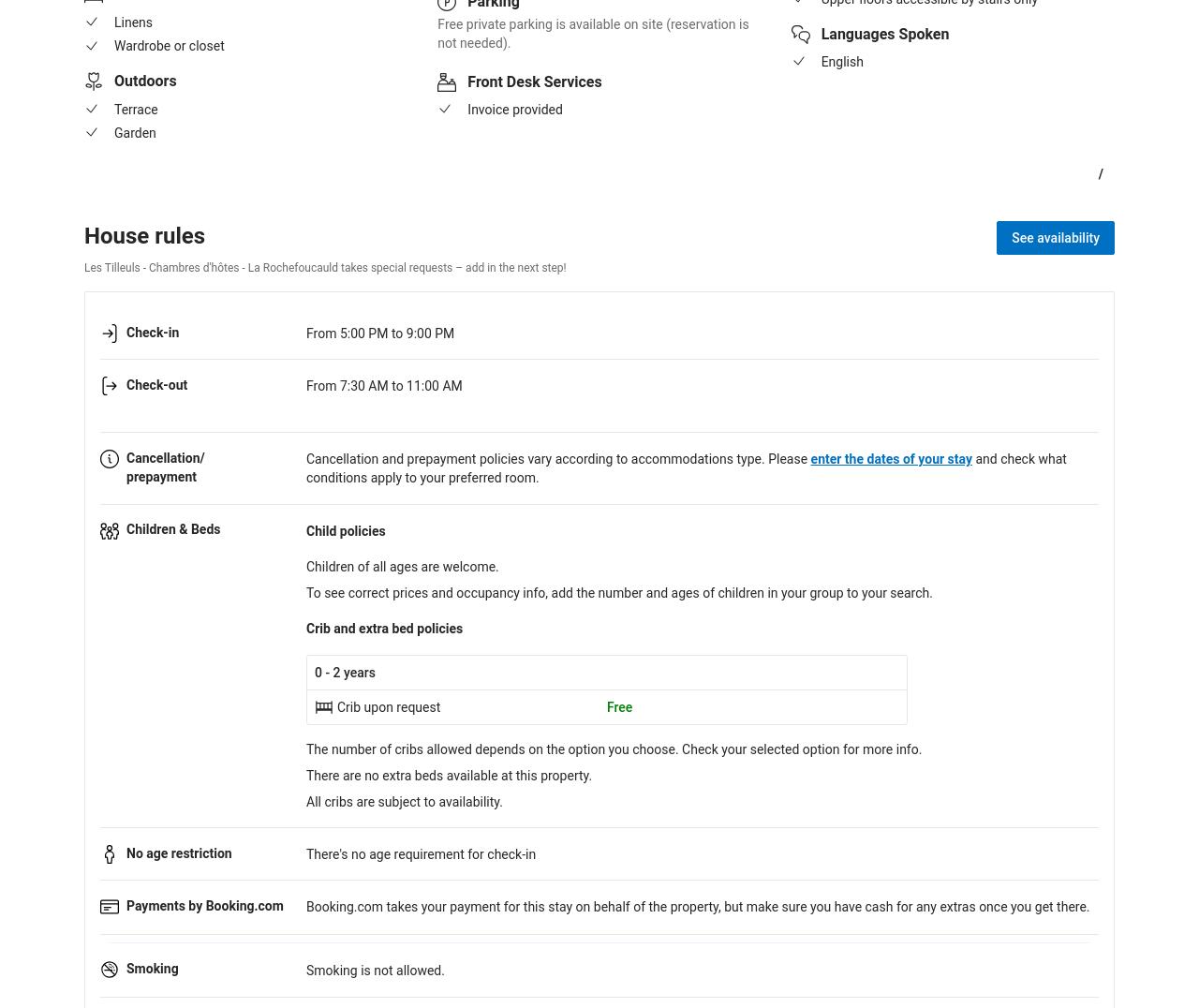 This screenshot has height=1008, width=1199. I want to click on 'Crib and extra bed policies', so click(306, 627).